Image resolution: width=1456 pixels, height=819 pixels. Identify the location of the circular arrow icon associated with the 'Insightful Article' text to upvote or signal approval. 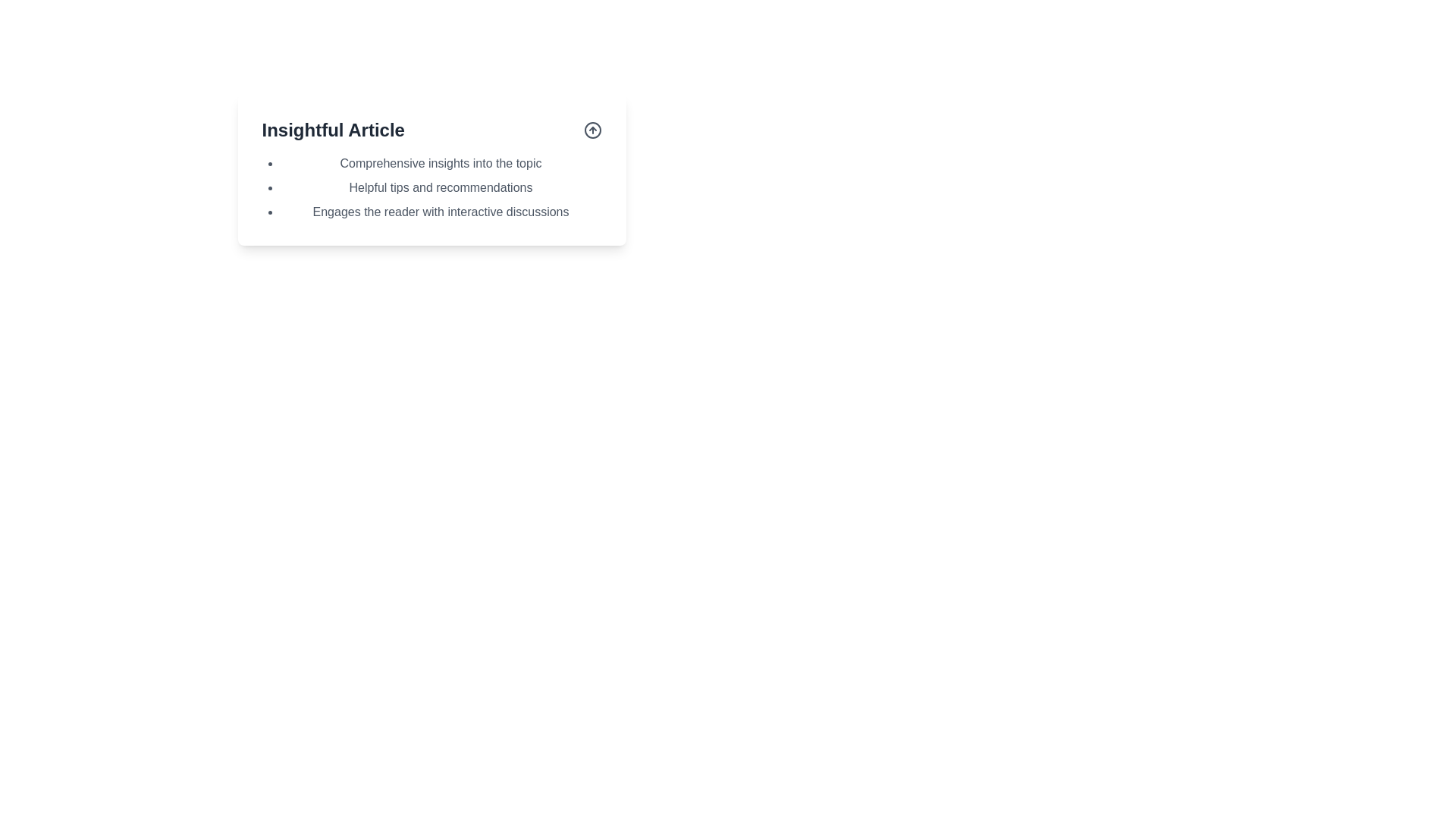
(591, 130).